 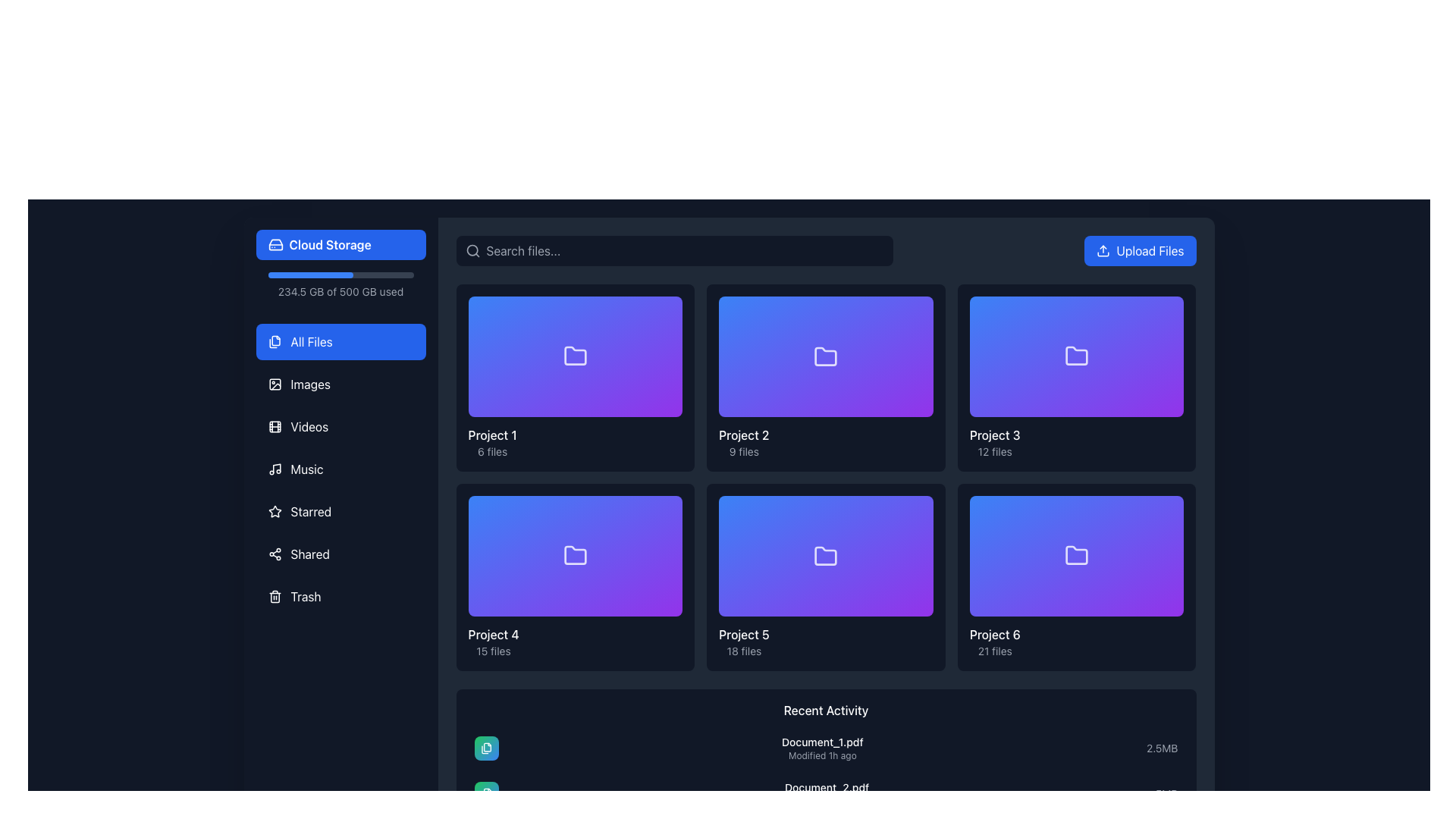 What do you see at coordinates (821, 748) in the screenshot?
I see `the Text label representing the recently modified file entry located in the 'Recent Activity' section, which is the first entry in a vertical list next to a gradient-shaded icon and a file size indicator` at bounding box center [821, 748].